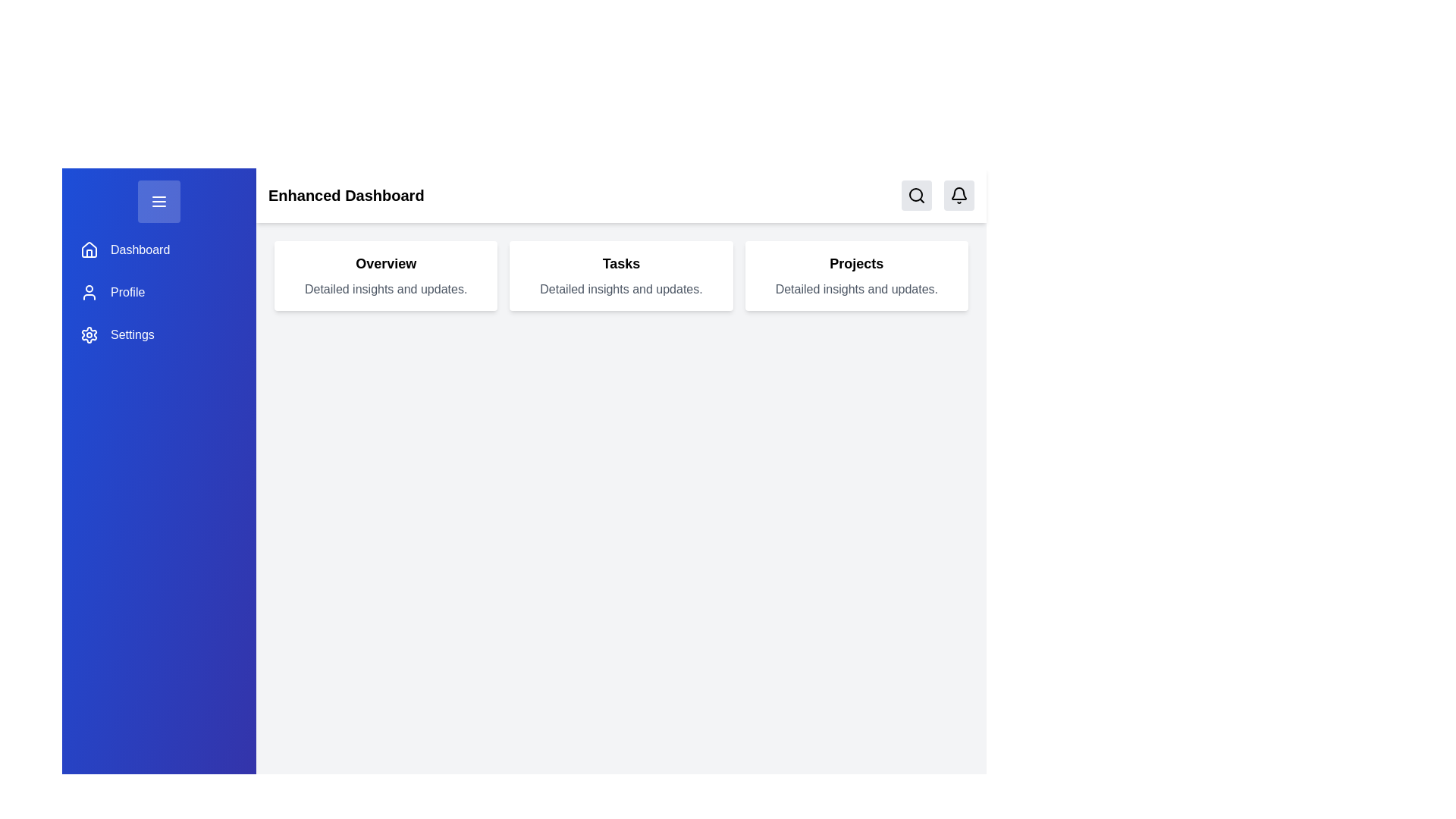 Image resolution: width=1456 pixels, height=819 pixels. What do you see at coordinates (856, 289) in the screenshot?
I see `text from the text label displaying 'Detailed insights and updates.' which is styled in gray font and located within the Projects card` at bounding box center [856, 289].